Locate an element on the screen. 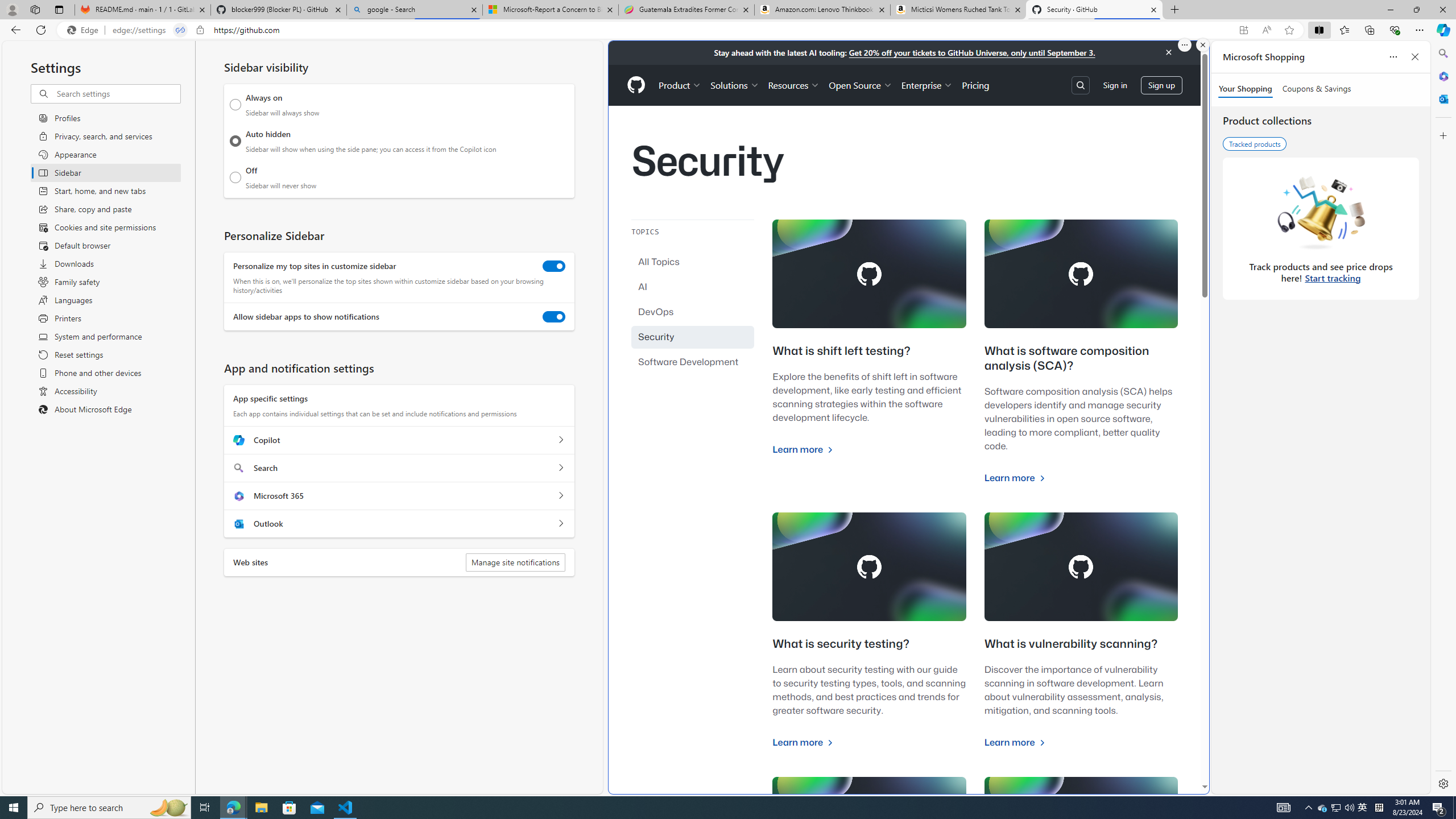 This screenshot has width=1456, height=819. 'Software Development' is located at coordinates (693, 361).